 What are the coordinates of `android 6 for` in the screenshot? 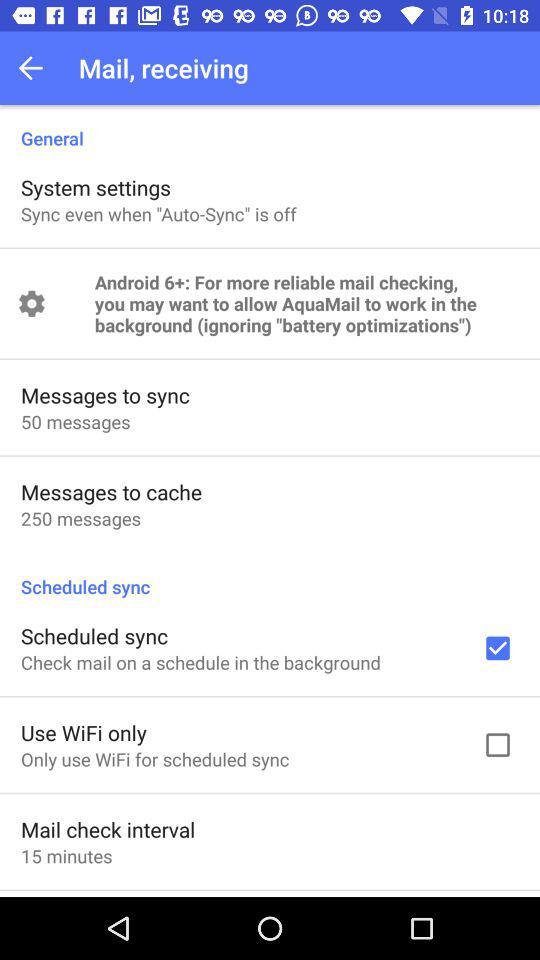 It's located at (306, 303).